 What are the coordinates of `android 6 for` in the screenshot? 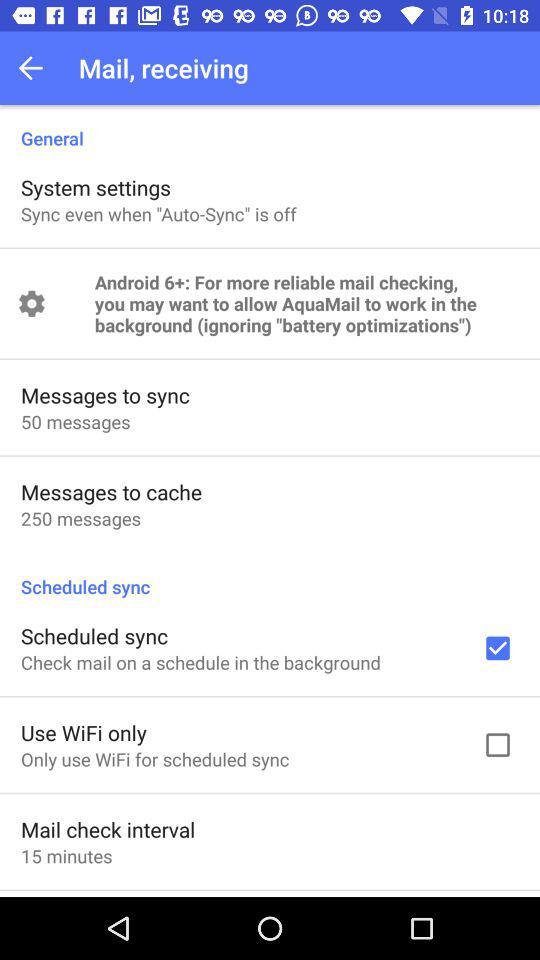 It's located at (306, 303).